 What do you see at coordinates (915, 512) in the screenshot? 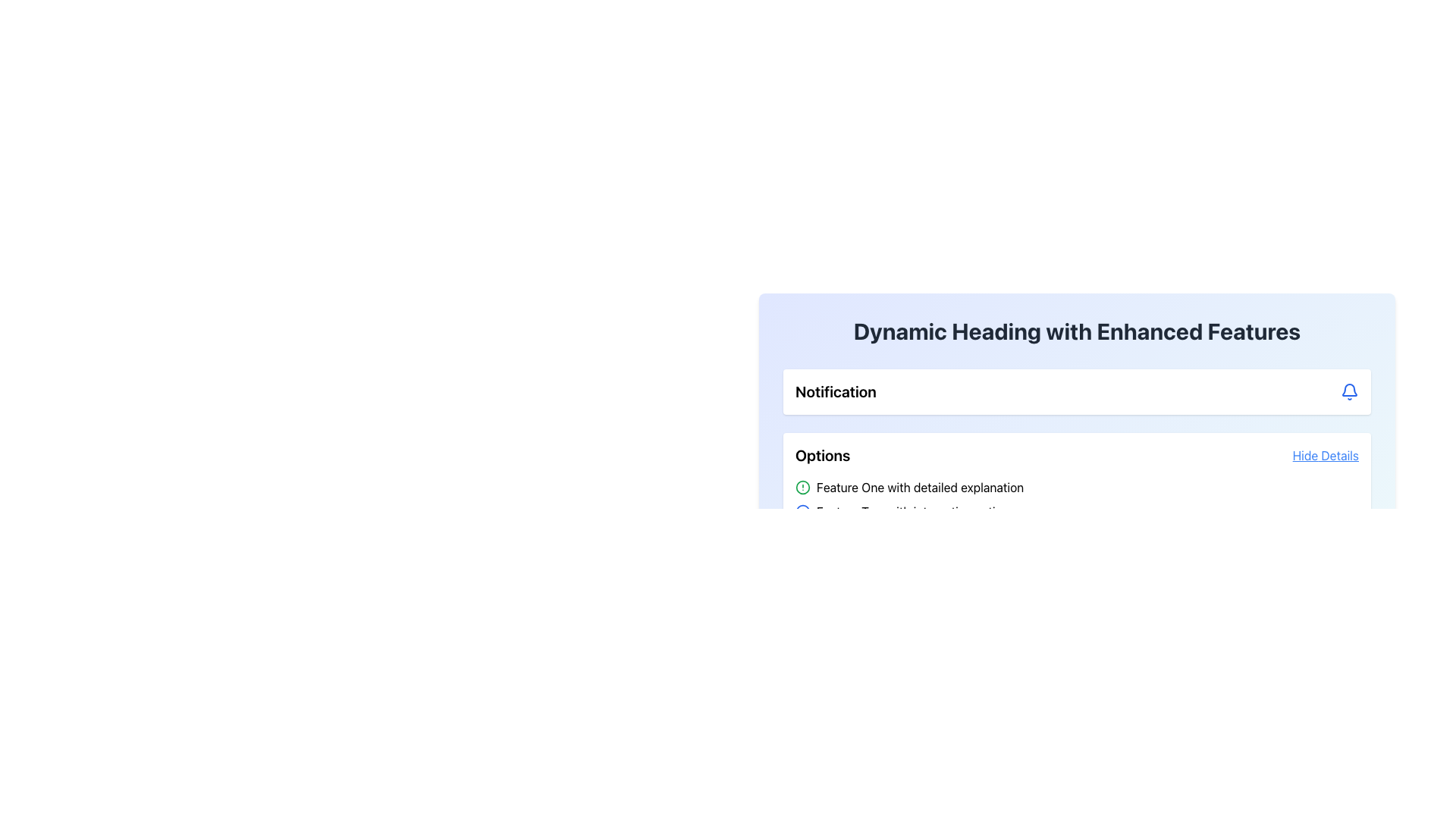
I see `the descriptive label for the second feature in the list under the 'Options' header, located below 'Feature One with detailed explanation'` at bounding box center [915, 512].